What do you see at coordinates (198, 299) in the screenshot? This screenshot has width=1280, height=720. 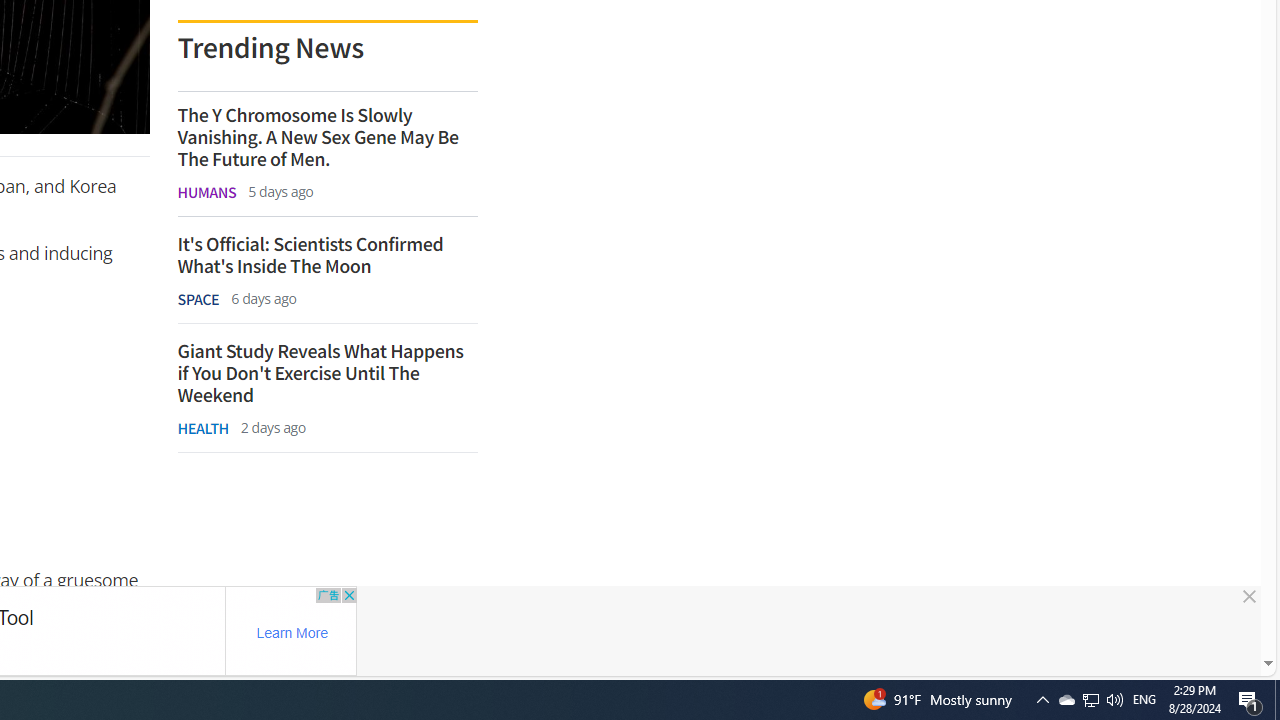 I see `'SPACE'` at bounding box center [198, 299].